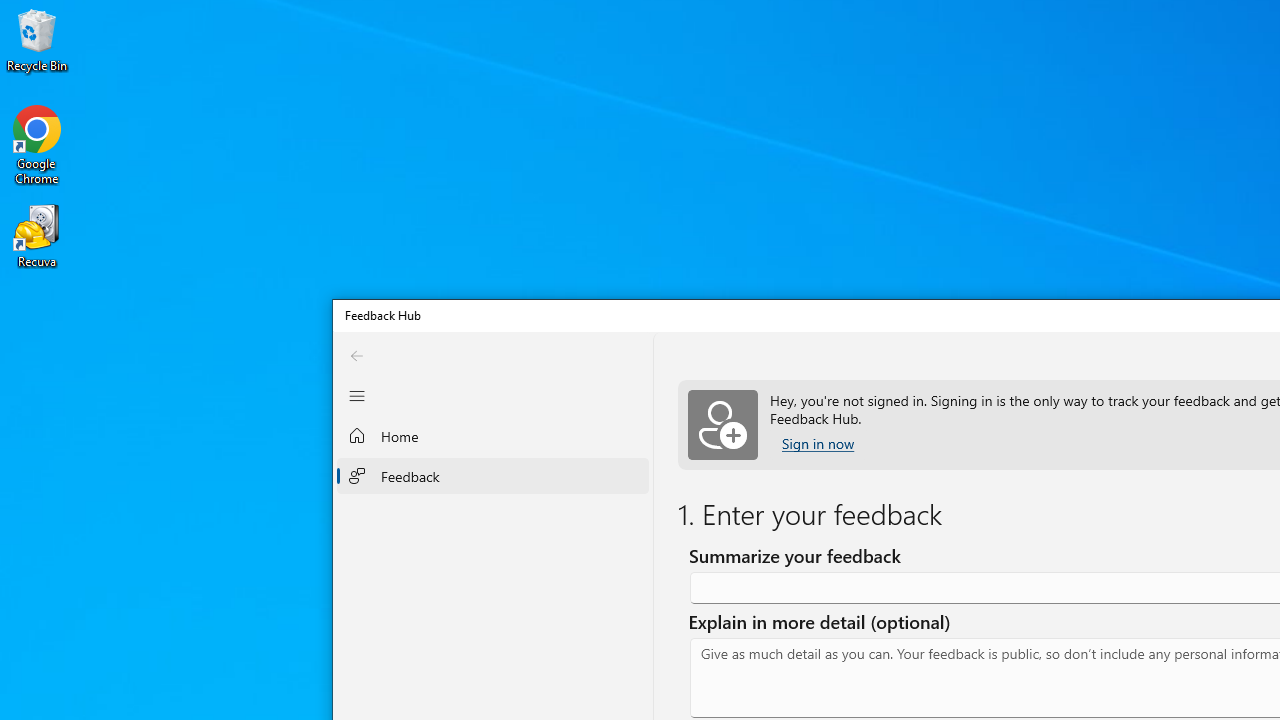  Describe the element at coordinates (818, 442) in the screenshot. I see `'Sign in now'` at that location.